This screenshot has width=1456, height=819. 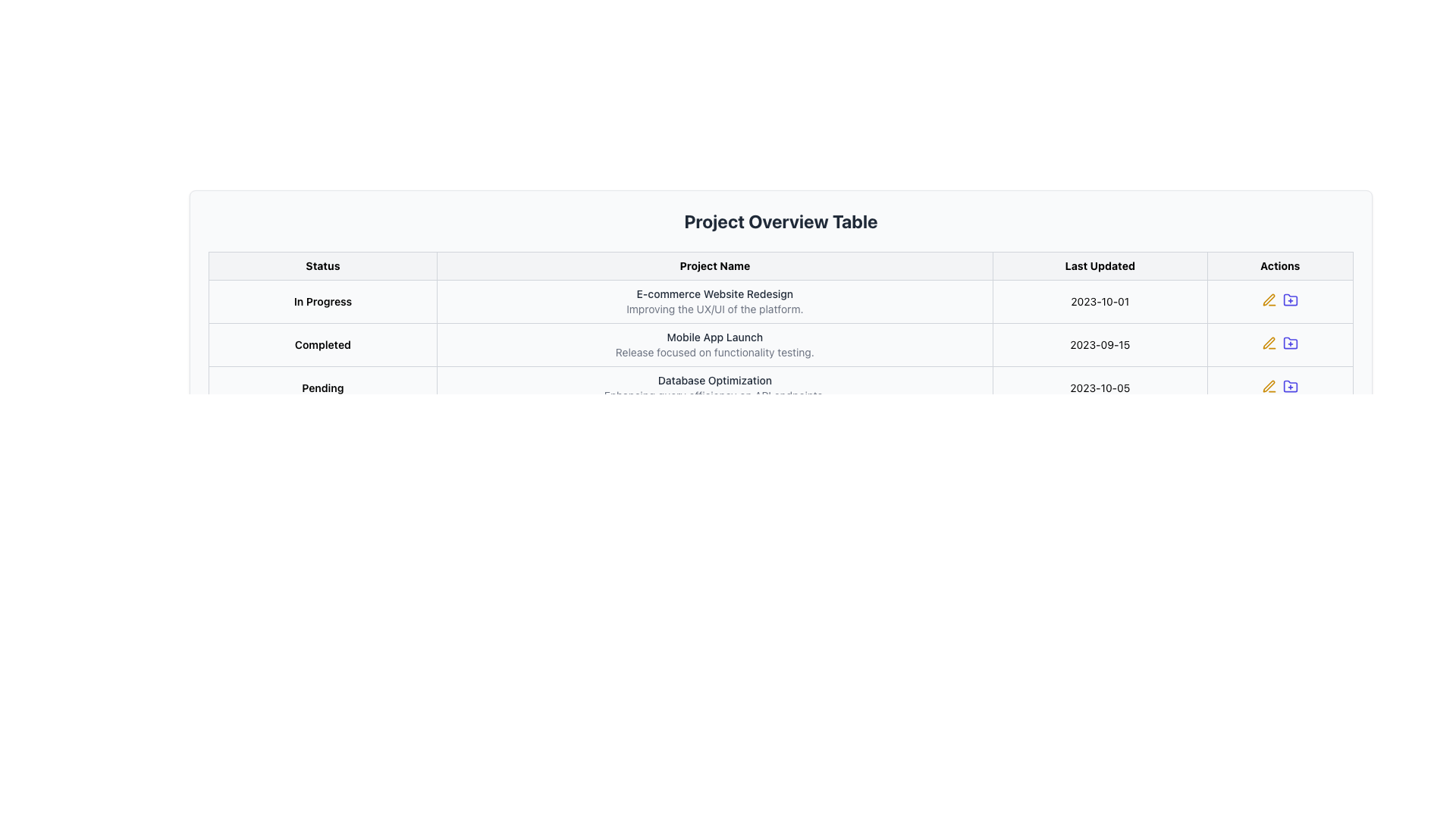 I want to click on the text 'Database Optimization' which is styled in a medium-weight font and located in the 'Project Name' column of the 'Project Overview Table', so click(x=714, y=379).